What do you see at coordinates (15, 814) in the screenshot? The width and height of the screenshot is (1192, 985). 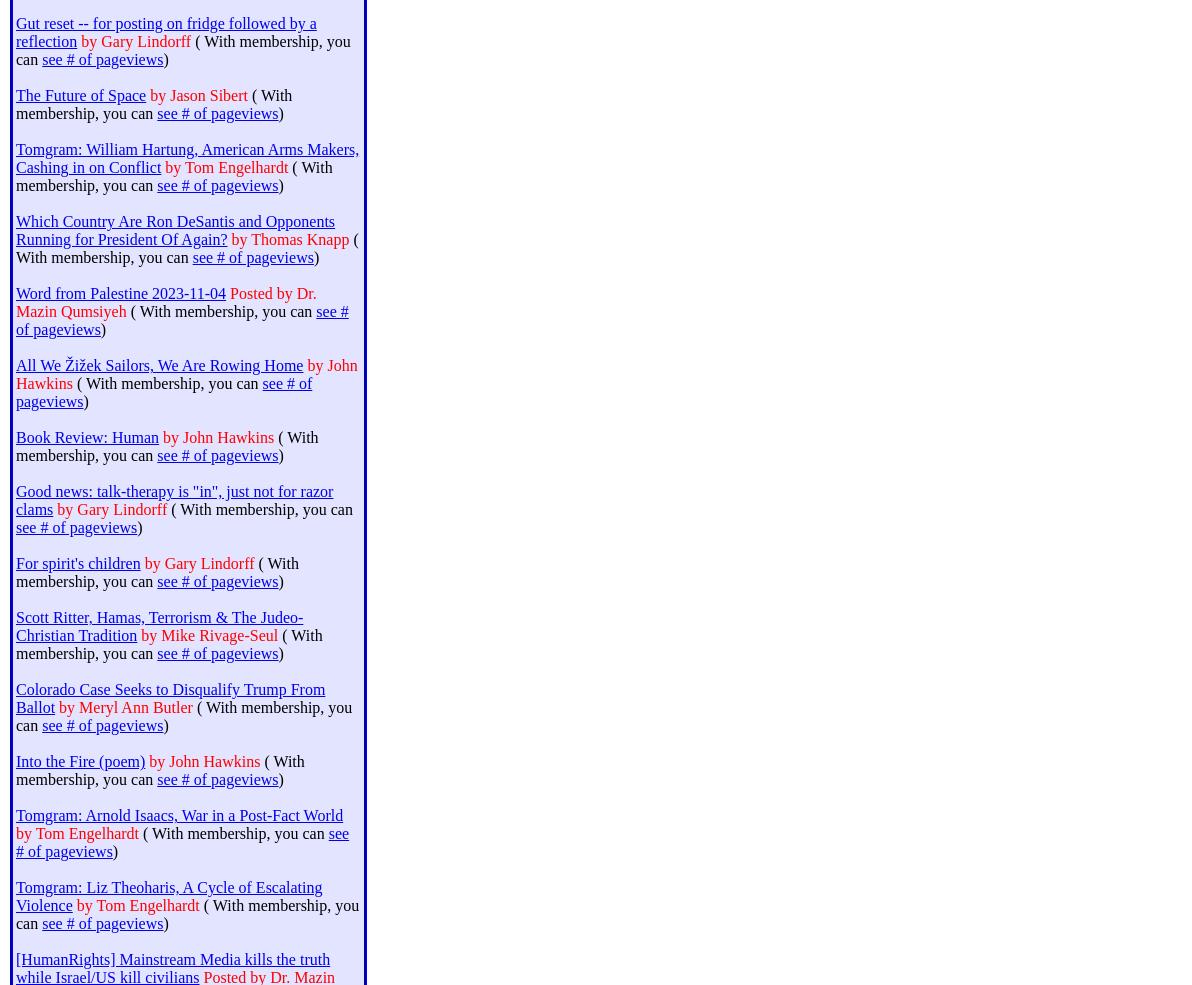 I see `'Tomgram: Arnold Isaacs, War in a Post-Fact World'` at bounding box center [15, 814].